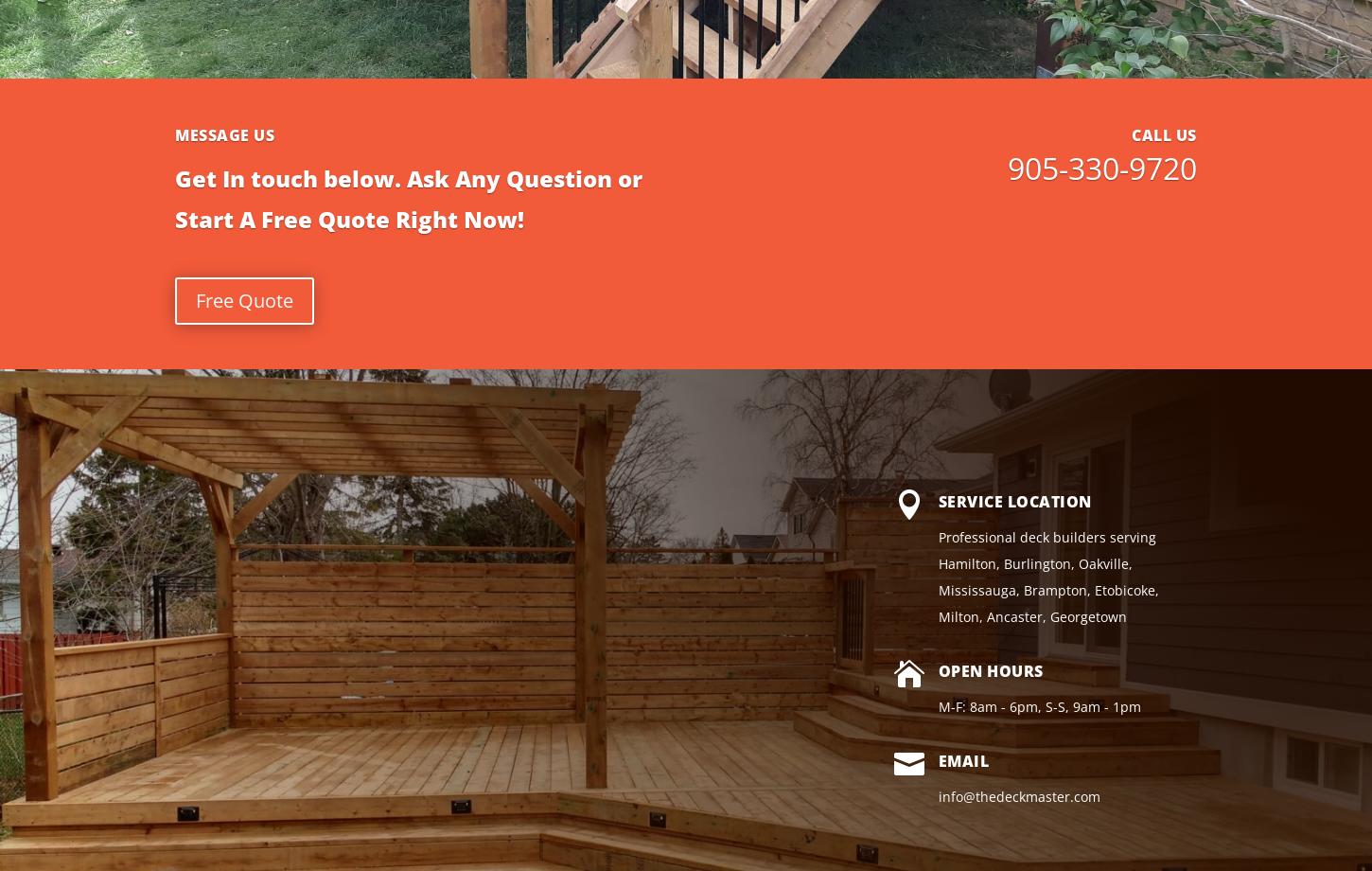 This screenshot has height=871, width=1372. Describe the element at coordinates (963, 759) in the screenshot. I see `'Email'` at that location.